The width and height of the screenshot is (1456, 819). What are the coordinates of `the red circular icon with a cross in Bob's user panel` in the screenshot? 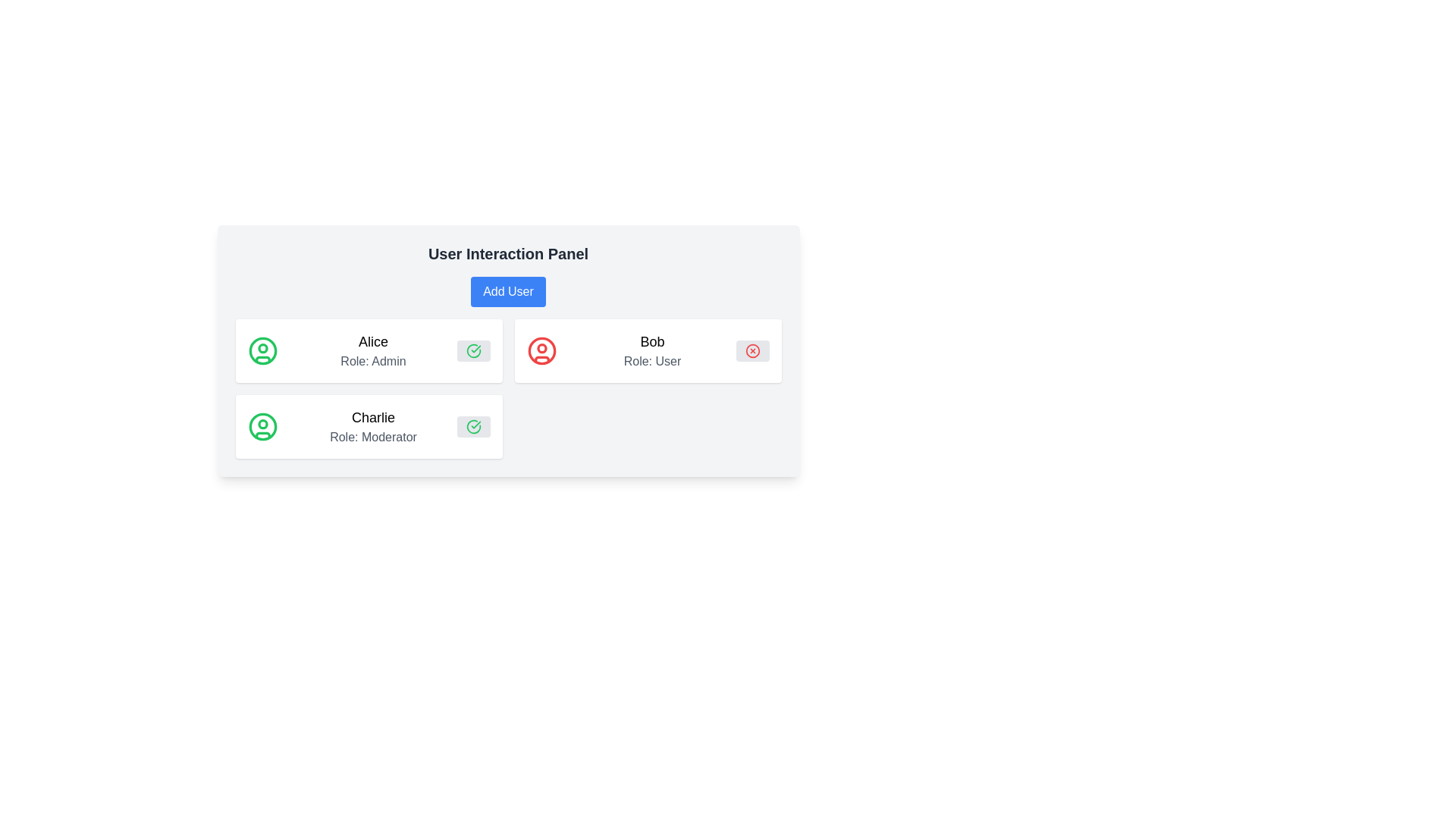 It's located at (752, 350).